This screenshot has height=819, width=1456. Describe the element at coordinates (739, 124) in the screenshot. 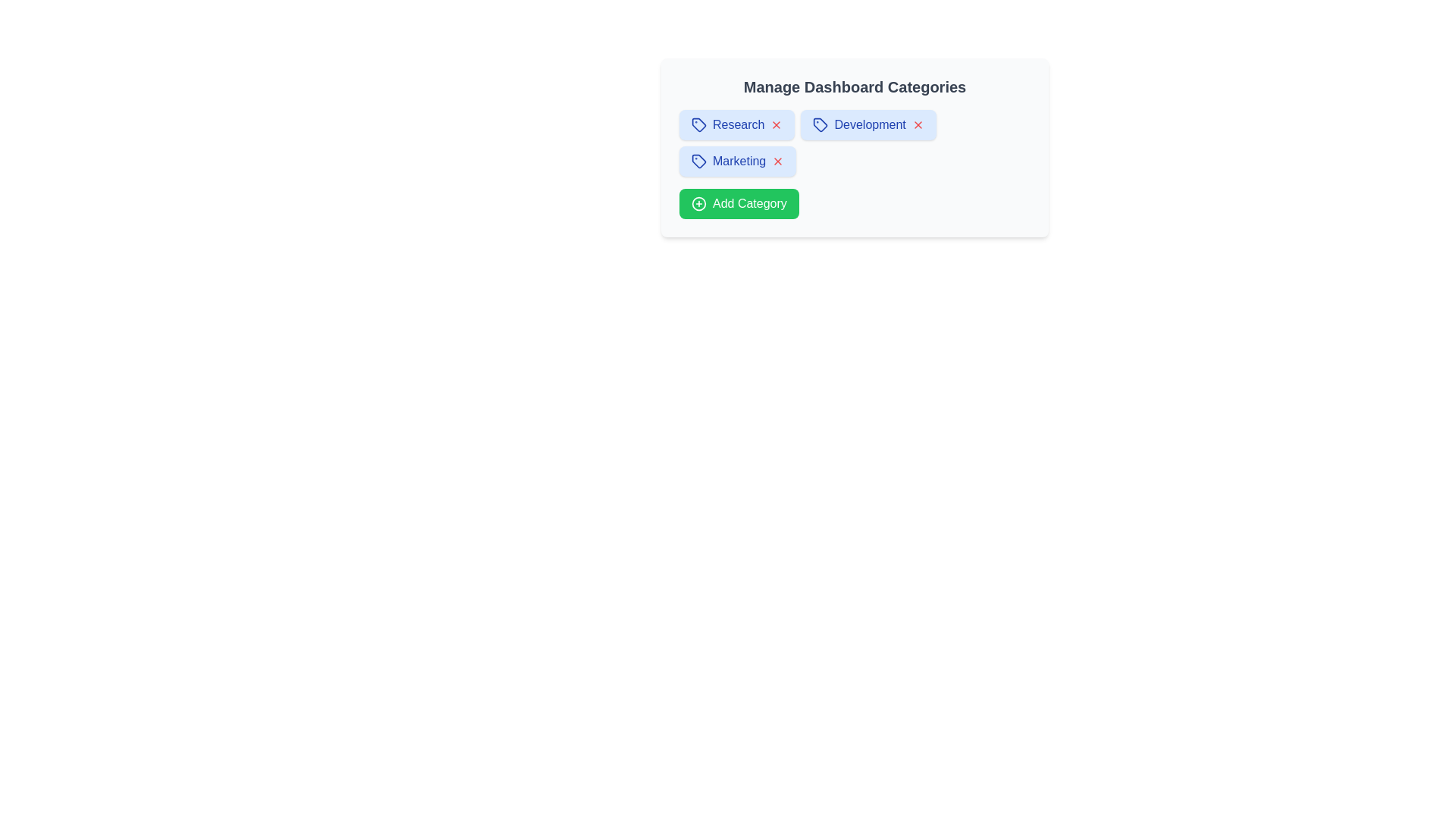

I see `the text of the category chip labeled Research to highlight it` at that location.